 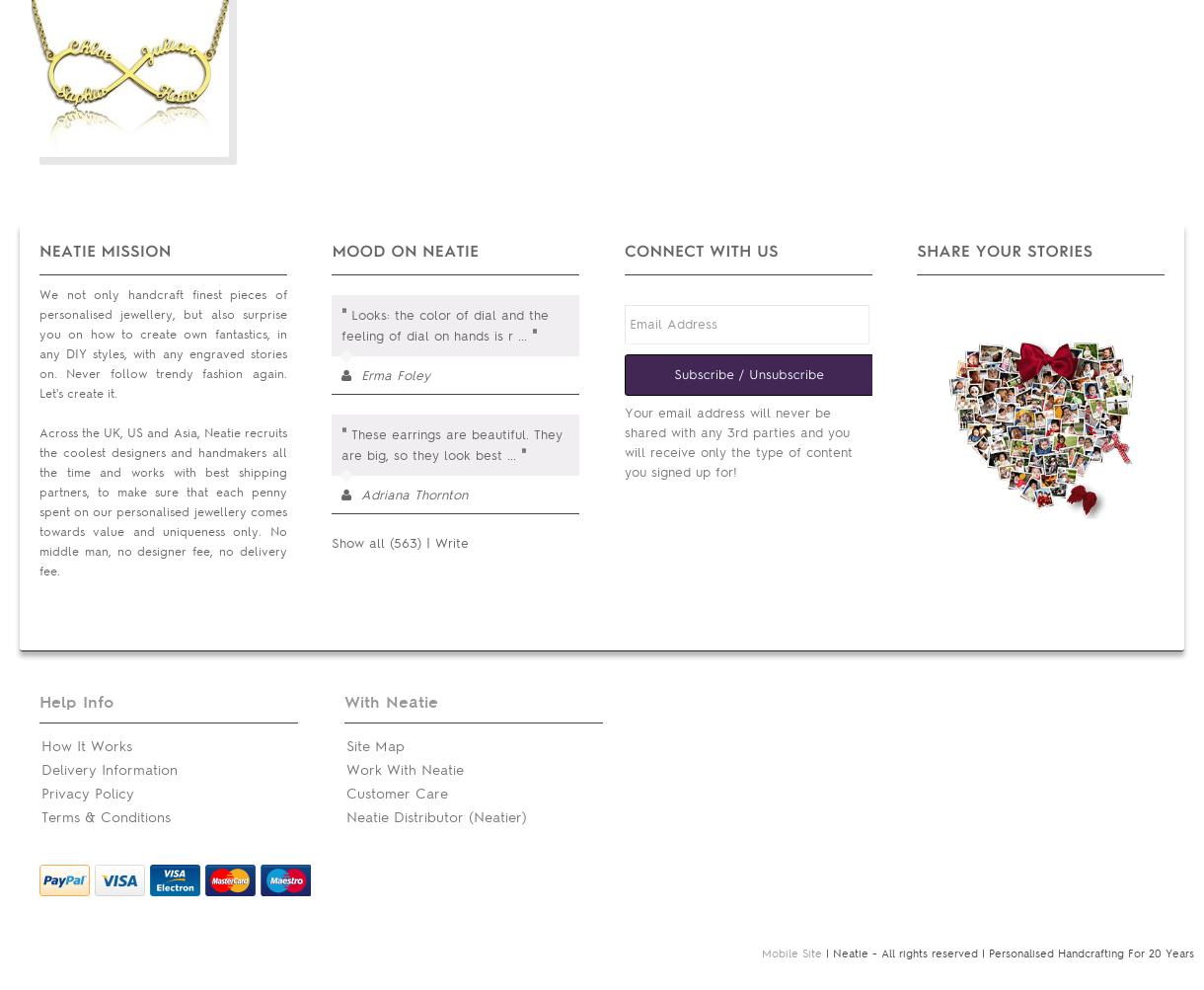 What do you see at coordinates (727, 702) in the screenshot?
I see `'Public Relation'` at bounding box center [727, 702].